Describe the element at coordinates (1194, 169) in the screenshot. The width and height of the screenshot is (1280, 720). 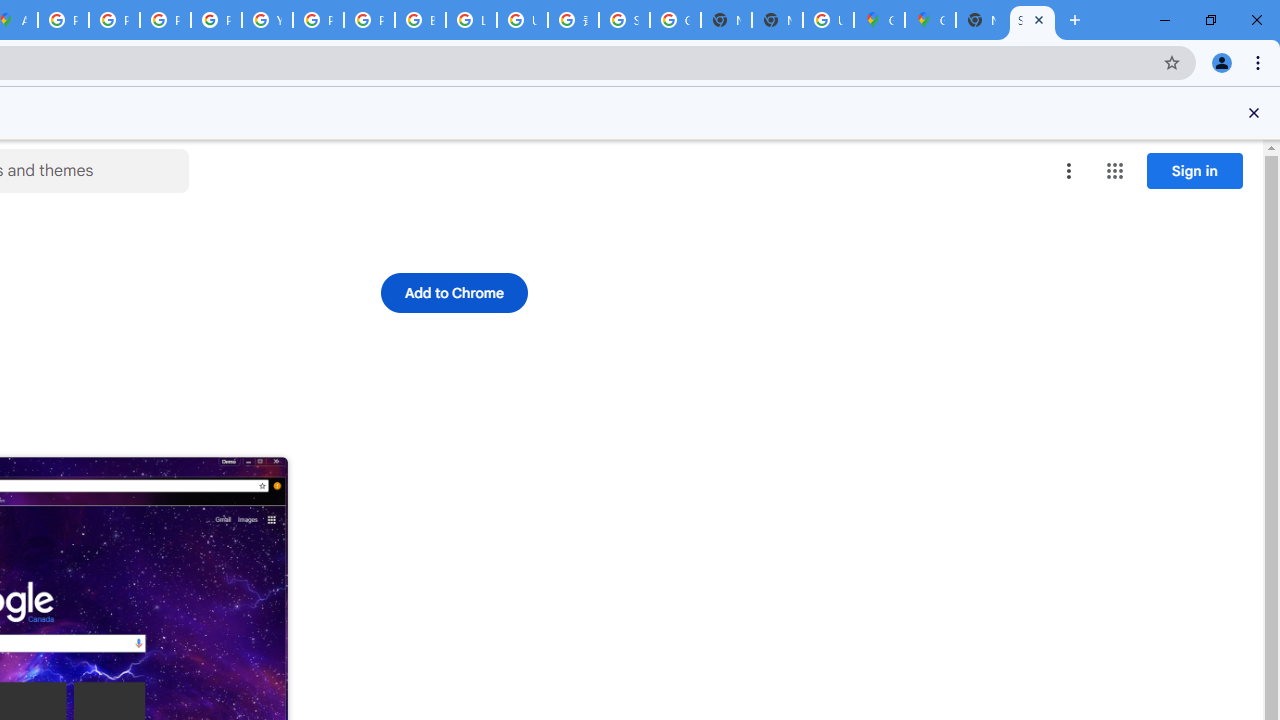
I see `'Sign in'` at that location.